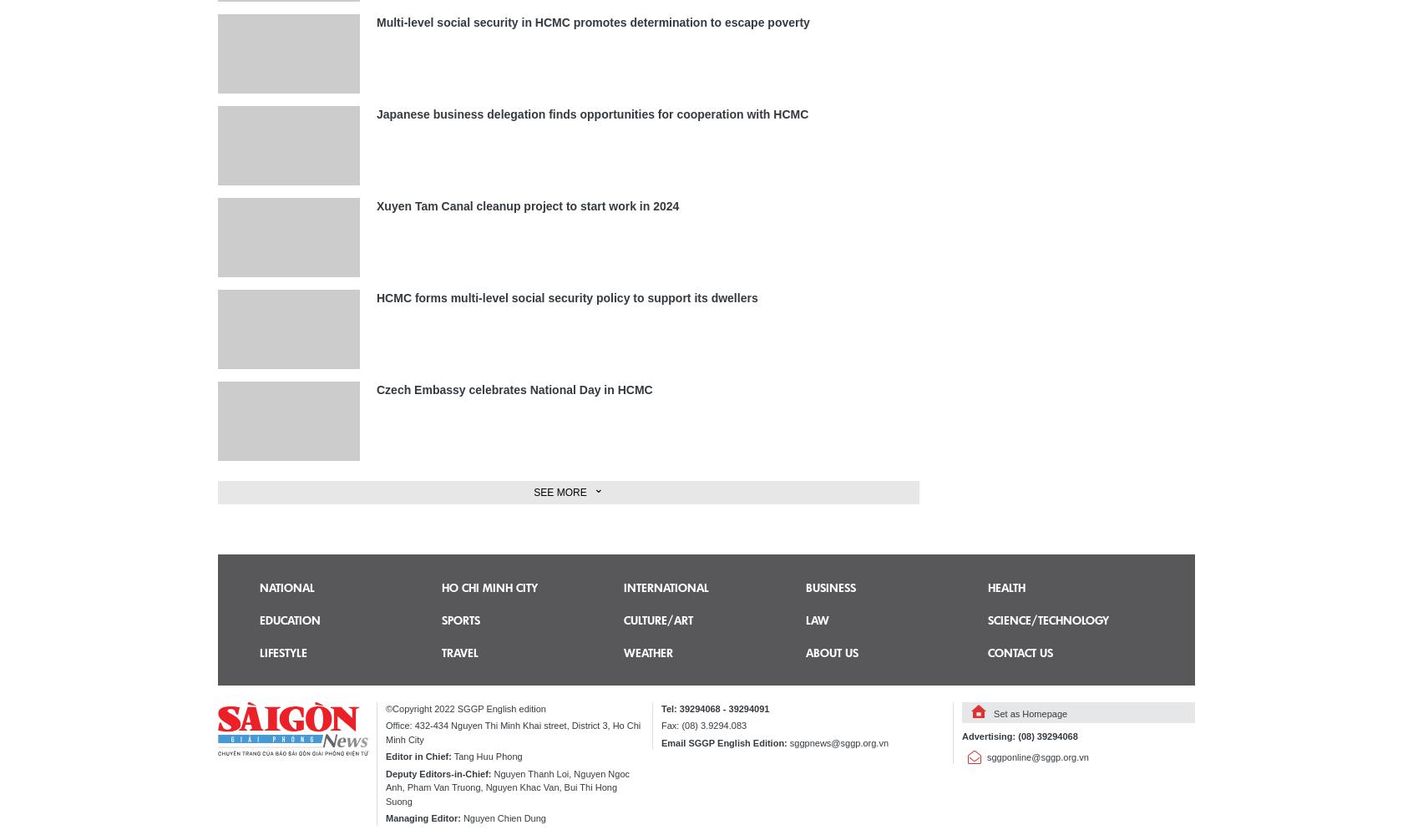  Describe the element at coordinates (987, 619) in the screenshot. I see `'Science/technology'` at that location.